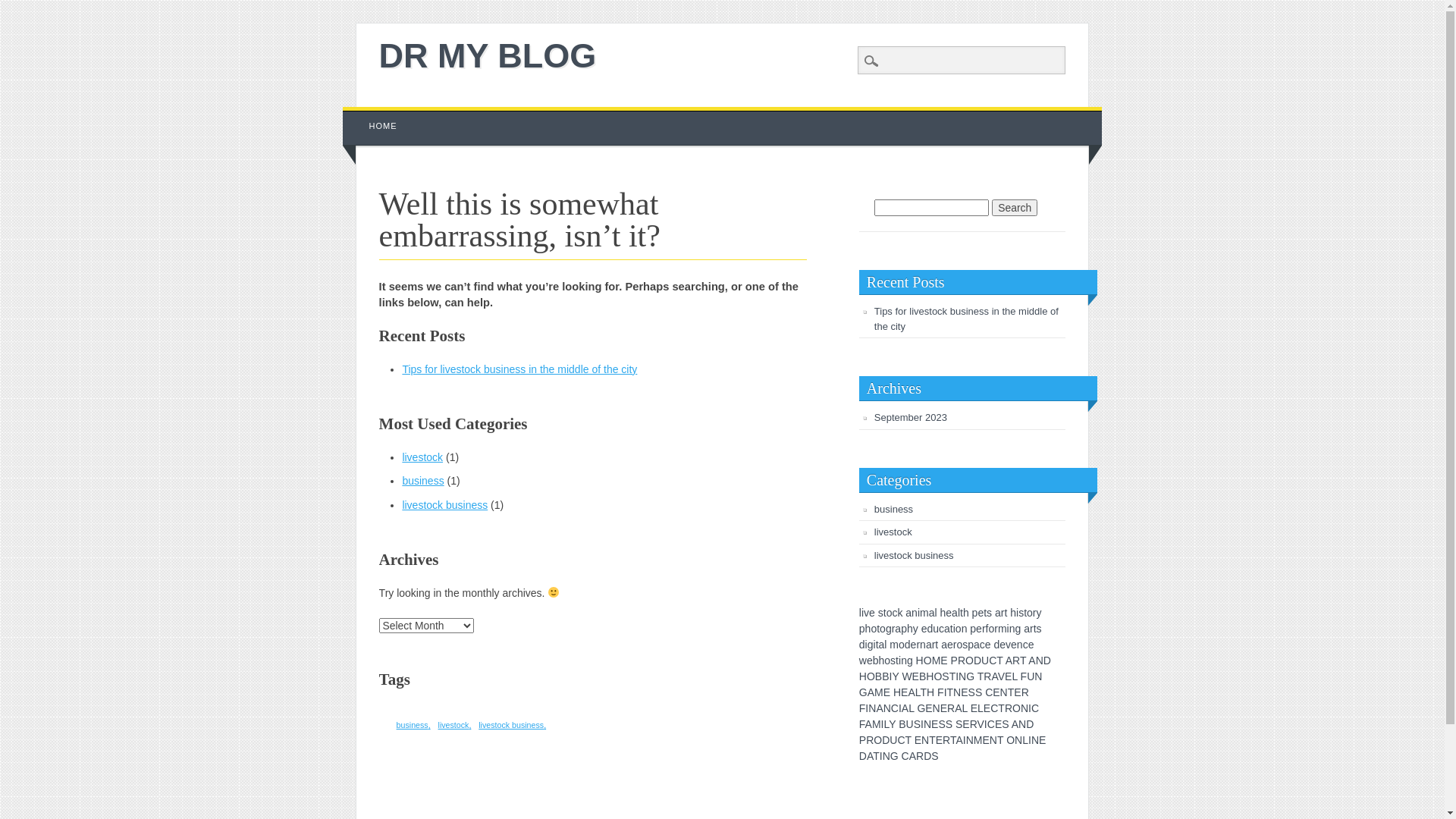 Image resolution: width=1456 pixels, height=819 pixels. I want to click on 'n', so click(1019, 644).